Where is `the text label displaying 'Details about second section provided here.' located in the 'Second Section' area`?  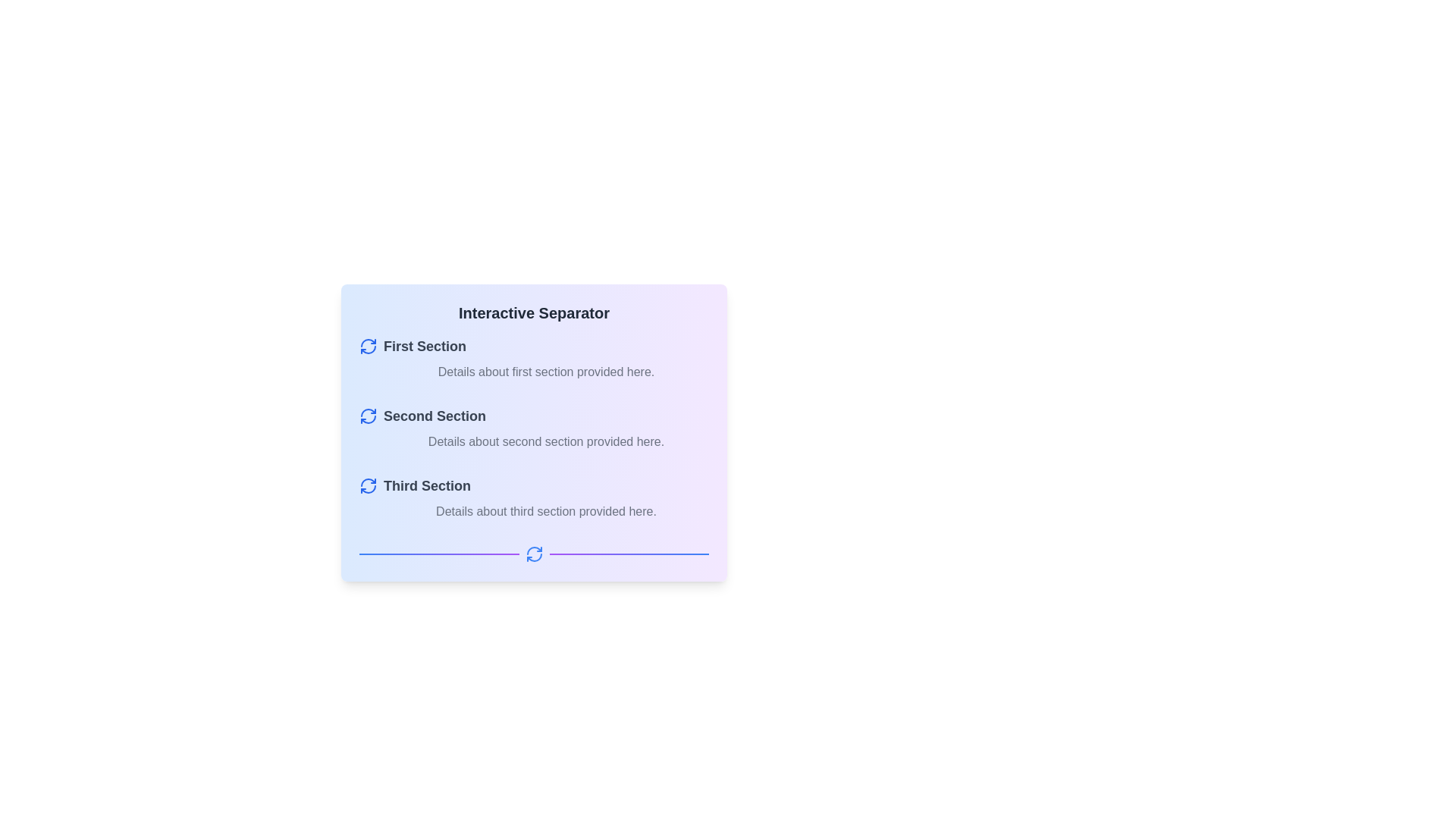 the text label displaying 'Details about second section provided here.' located in the 'Second Section' area is located at coordinates (546, 441).